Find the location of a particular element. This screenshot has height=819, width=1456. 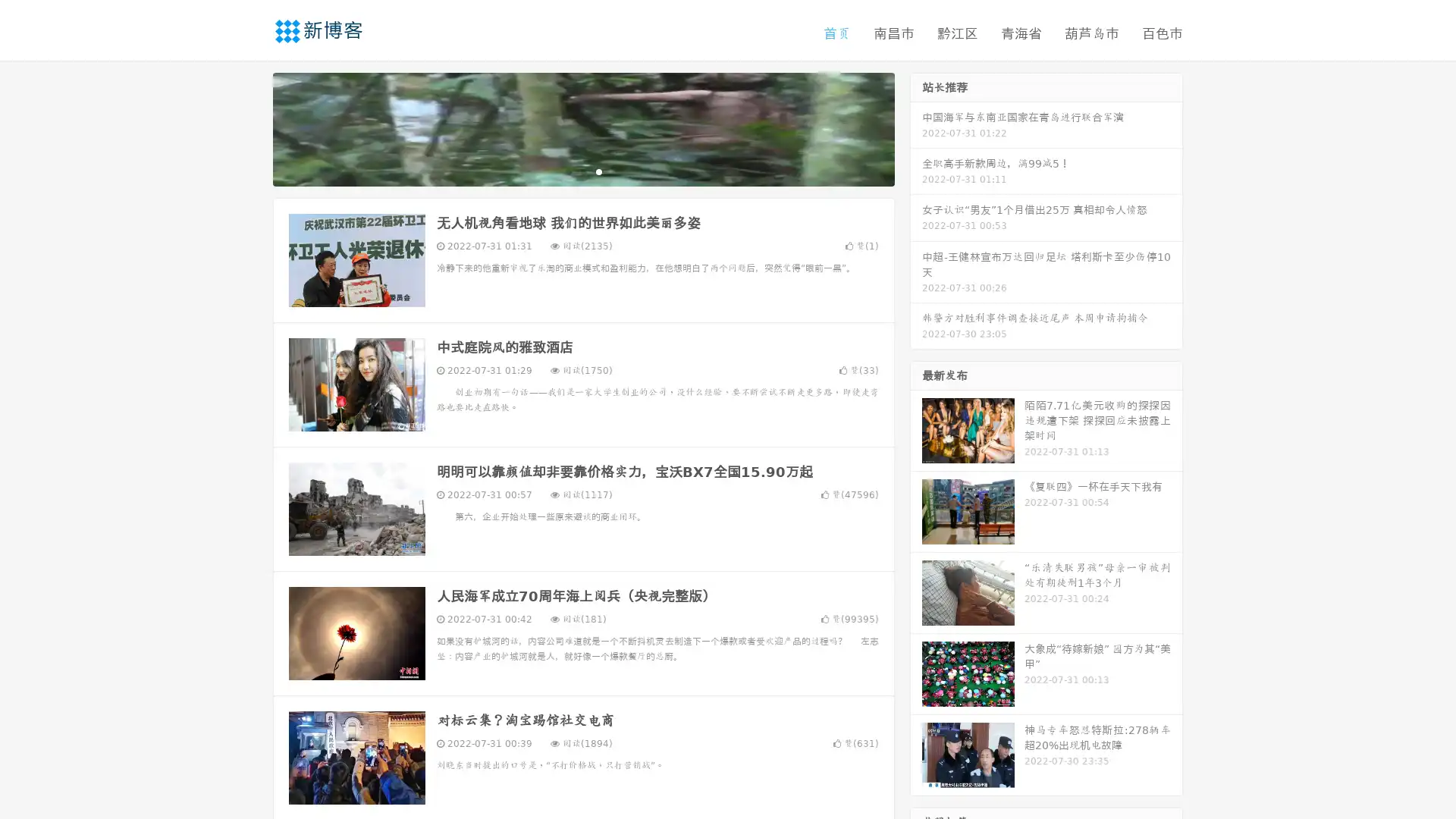

Go to slide 3 is located at coordinates (598, 171).